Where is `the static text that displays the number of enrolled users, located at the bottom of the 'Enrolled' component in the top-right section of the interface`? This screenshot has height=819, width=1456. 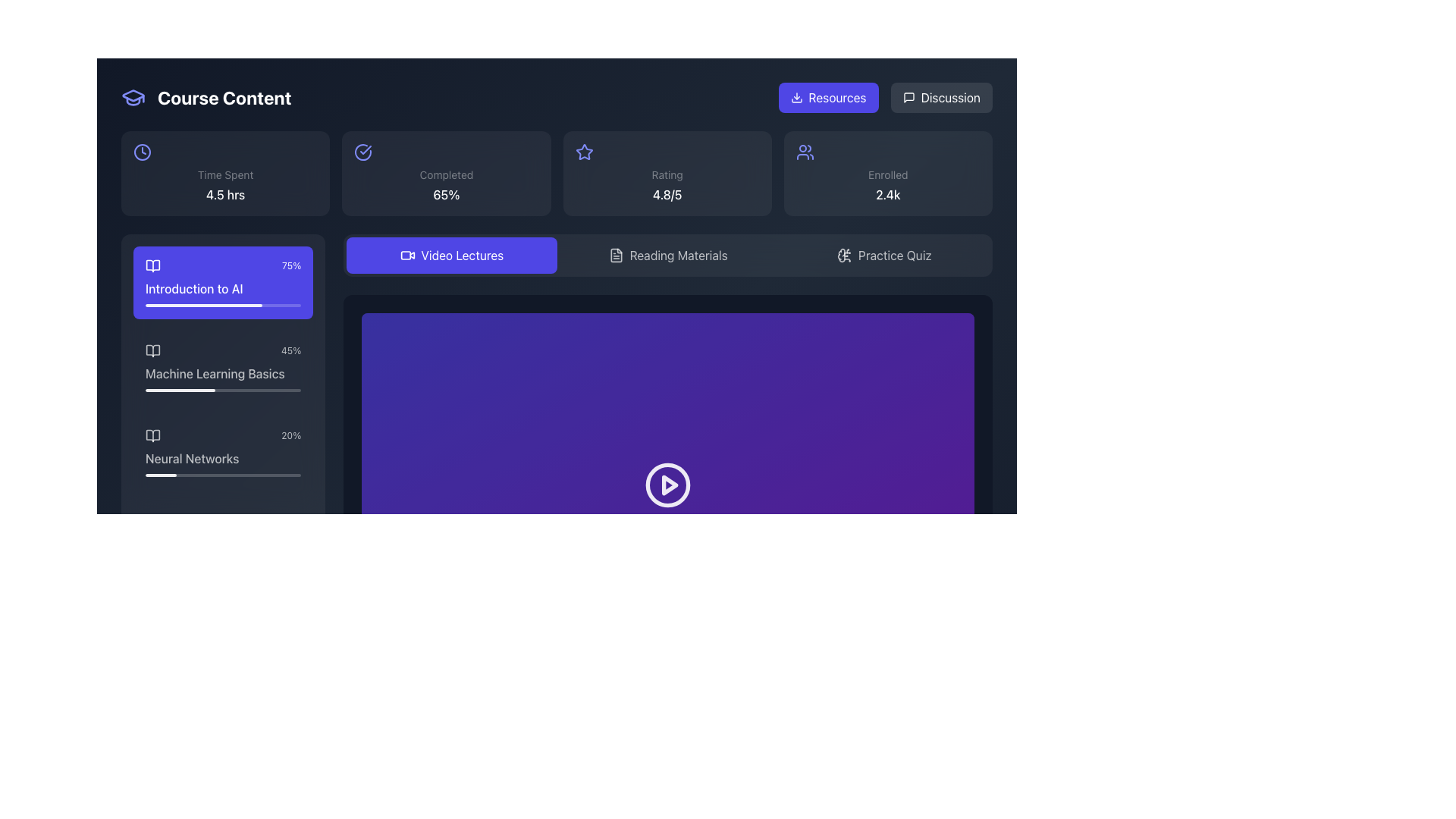
the static text that displays the number of enrolled users, located at the bottom of the 'Enrolled' component in the top-right section of the interface is located at coordinates (888, 194).